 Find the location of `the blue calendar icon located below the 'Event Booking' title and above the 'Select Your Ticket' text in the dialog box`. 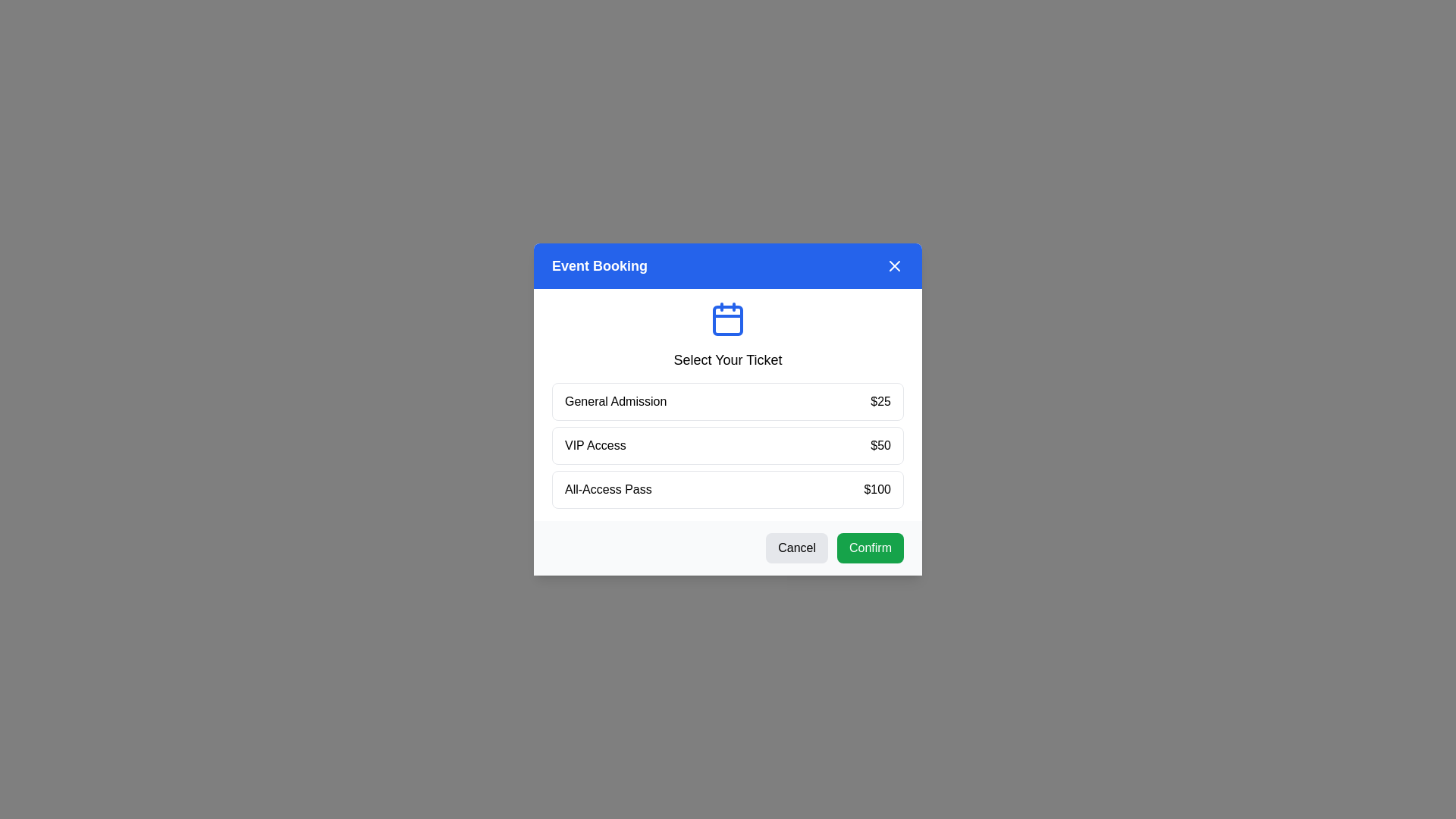

the blue calendar icon located below the 'Event Booking' title and above the 'Select Your Ticket' text in the dialog box is located at coordinates (728, 318).